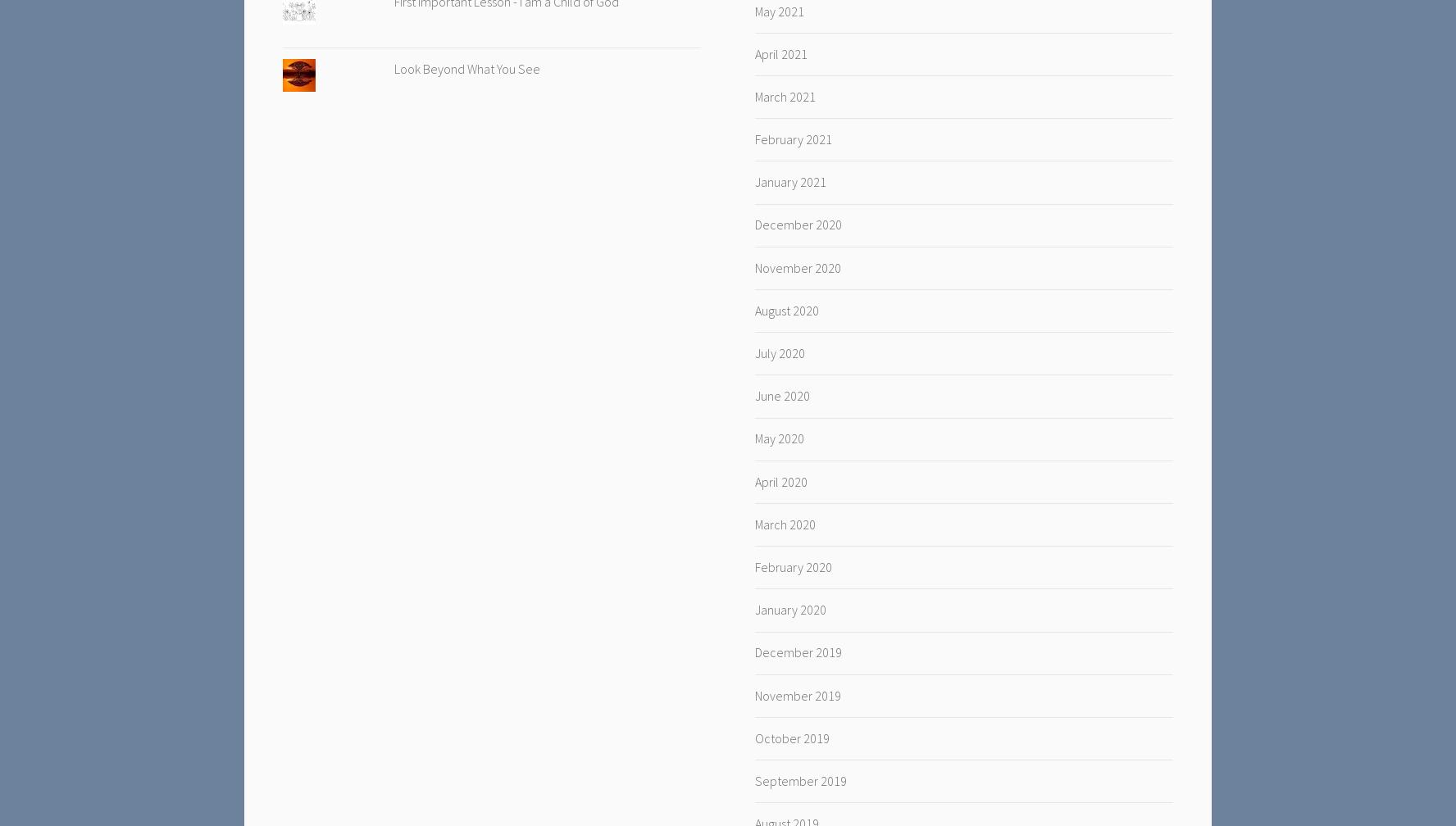 This screenshot has height=826, width=1456. I want to click on 'September 2019', so click(799, 779).